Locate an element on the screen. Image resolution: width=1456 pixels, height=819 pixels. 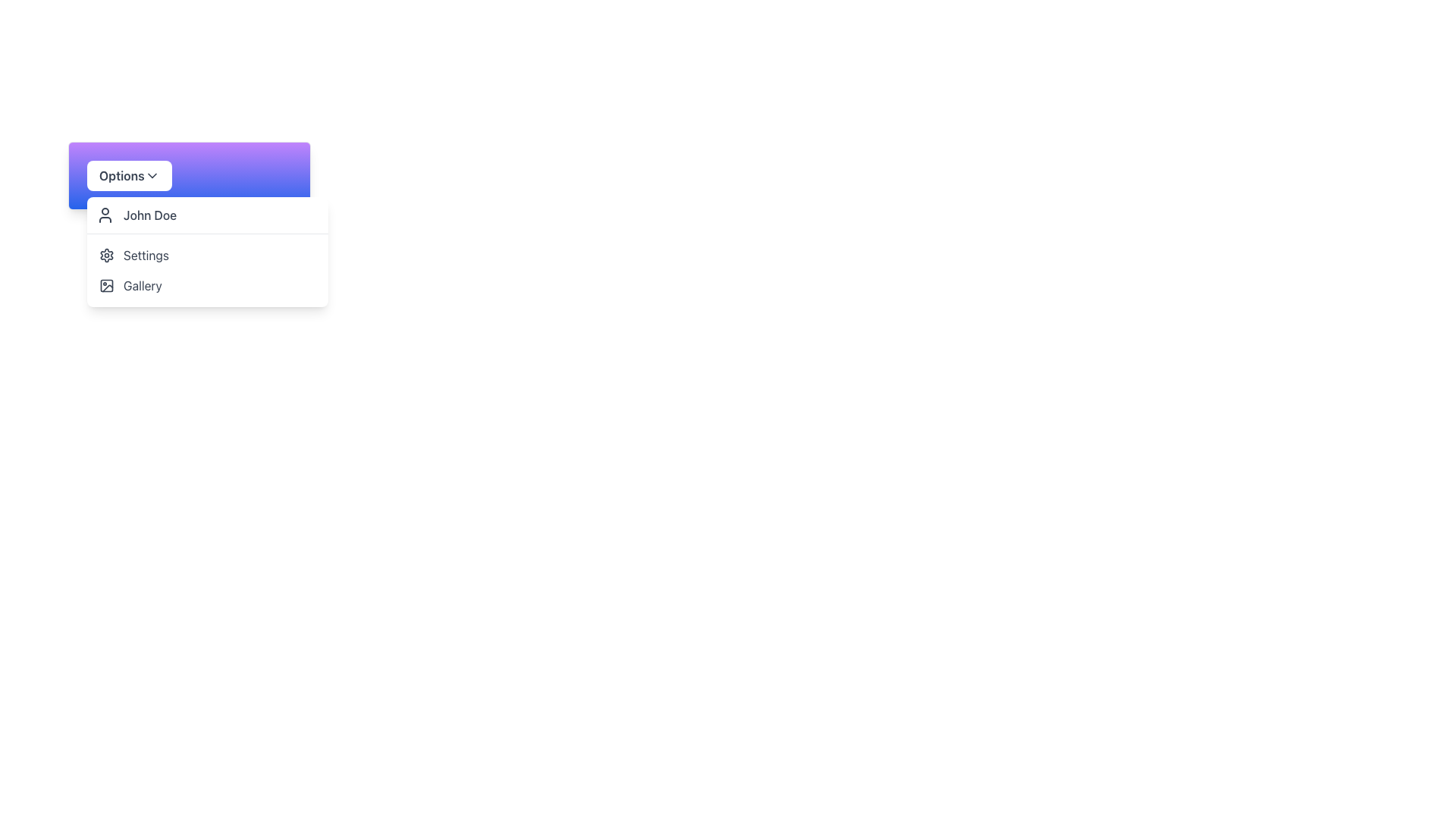
the dropdown menu options located at the bottom of the dropdown panel, which contains 'Settings' and 'Gallery' options is located at coordinates (206, 270).